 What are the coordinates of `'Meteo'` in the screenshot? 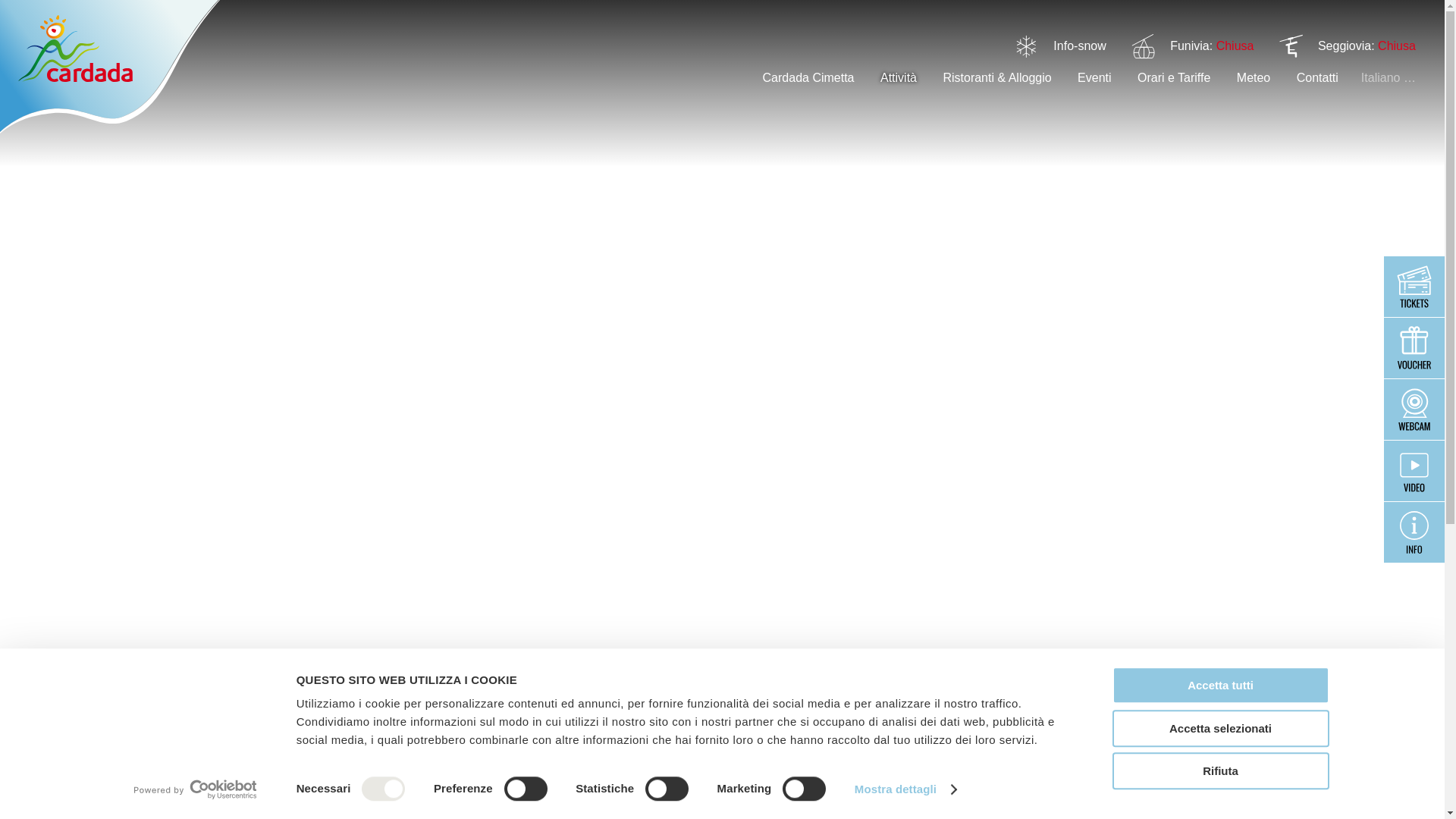 It's located at (1253, 77).